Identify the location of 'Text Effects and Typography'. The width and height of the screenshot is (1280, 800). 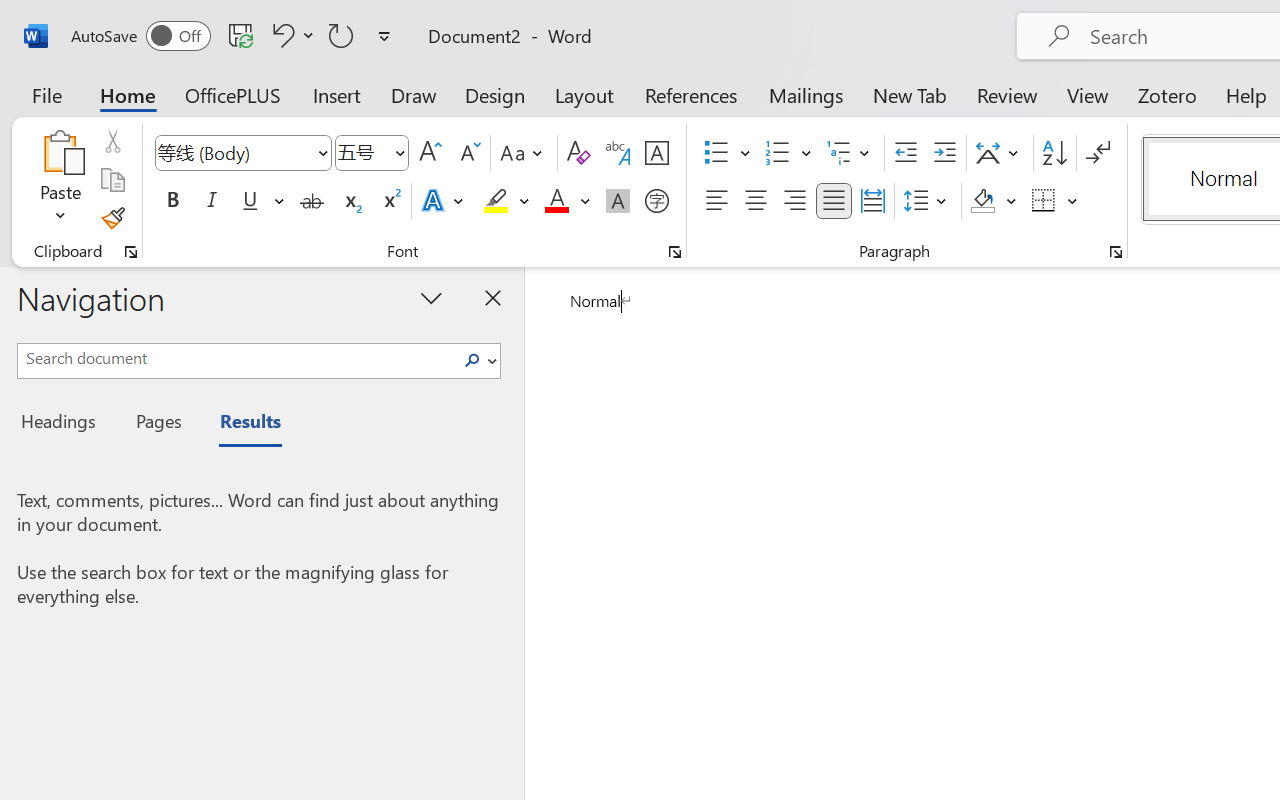
(443, 201).